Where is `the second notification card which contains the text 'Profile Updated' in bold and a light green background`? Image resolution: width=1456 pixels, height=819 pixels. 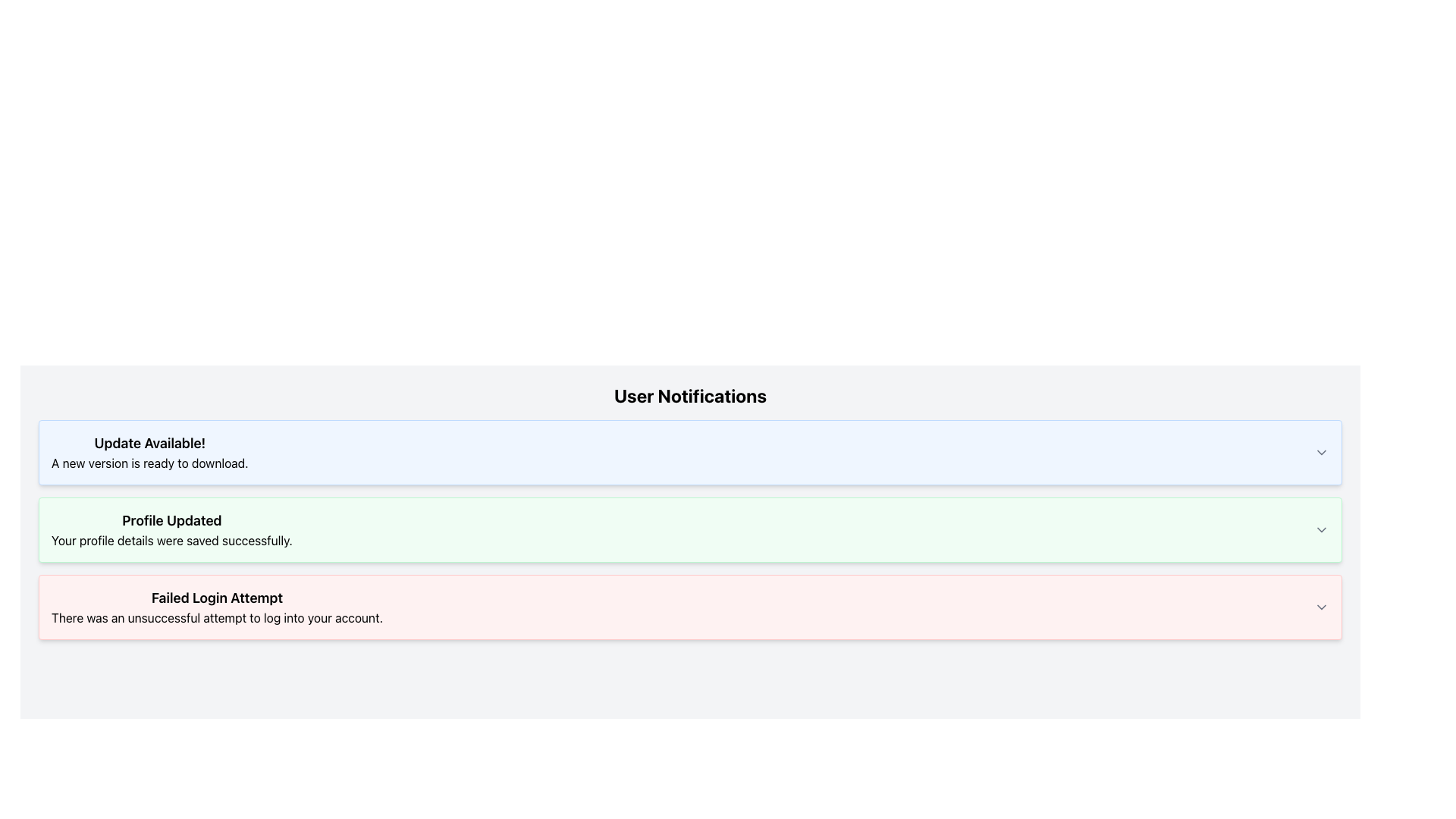 the second notification card which contains the text 'Profile Updated' in bold and a light green background is located at coordinates (171, 529).